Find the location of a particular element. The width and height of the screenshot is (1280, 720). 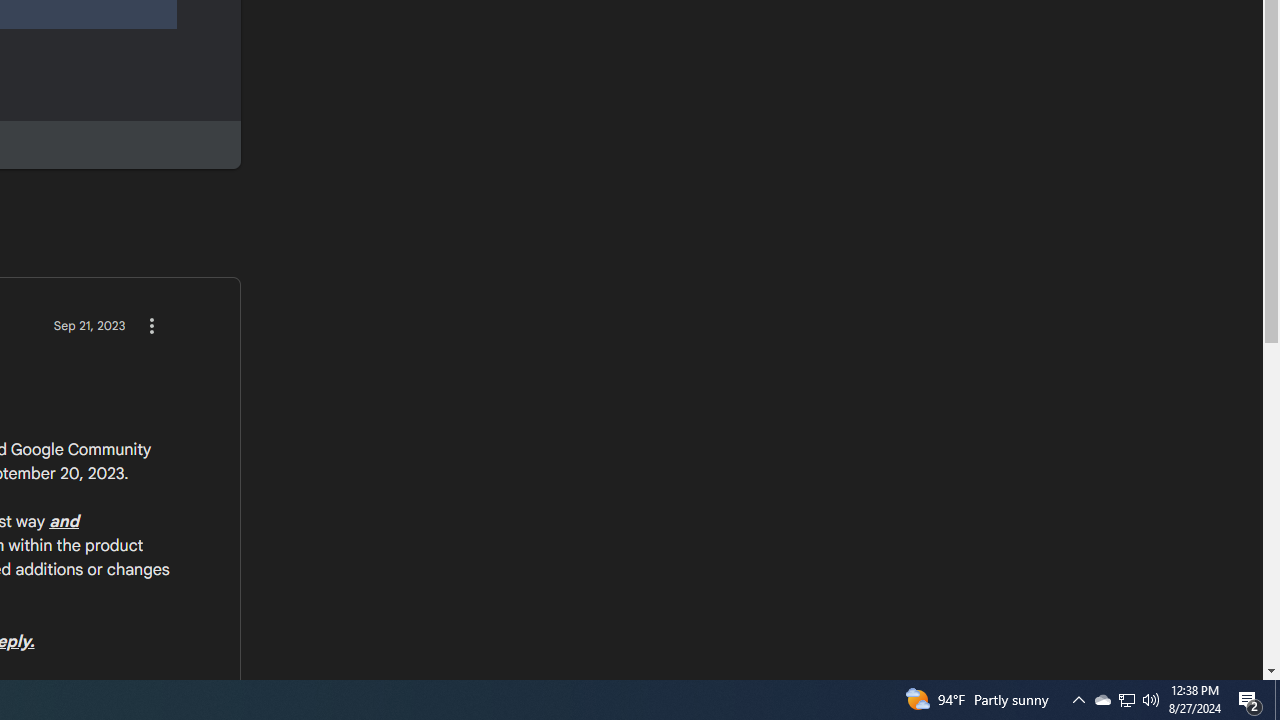

'Action items for the reply' is located at coordinates (150, 324).